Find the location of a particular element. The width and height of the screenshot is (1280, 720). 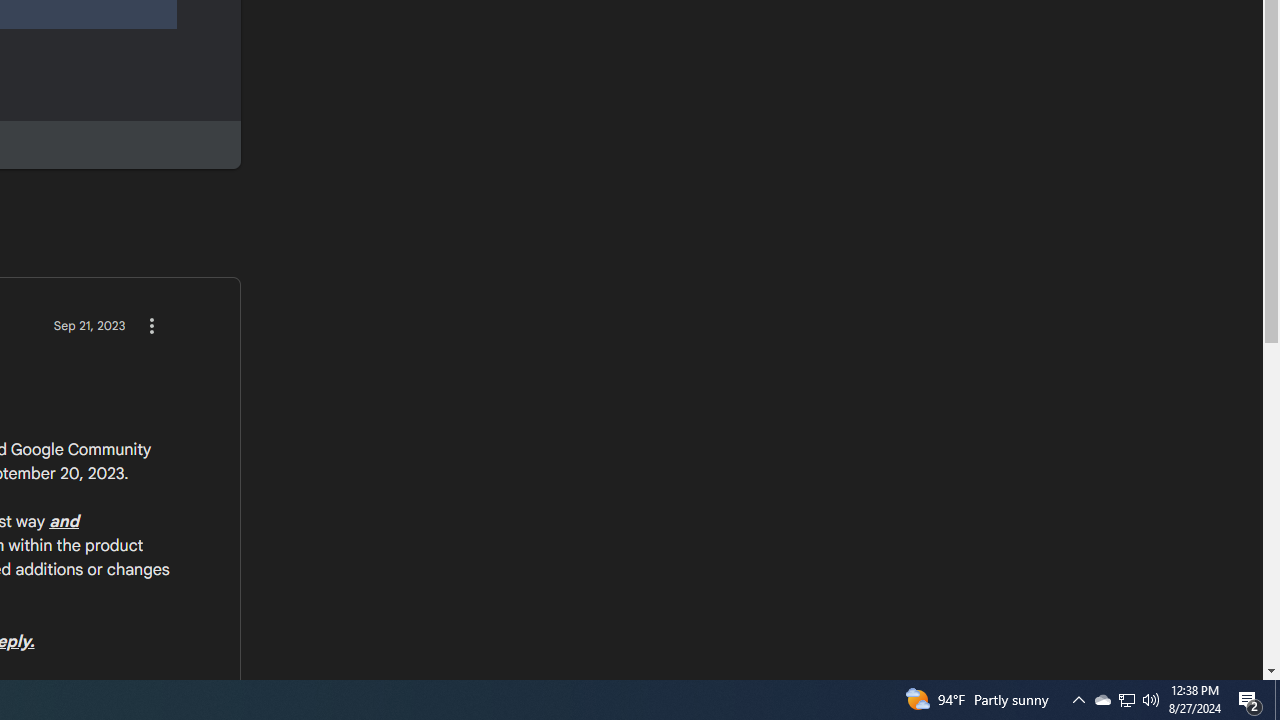

'Action items for the reply' is located at coordinates (150, 324).